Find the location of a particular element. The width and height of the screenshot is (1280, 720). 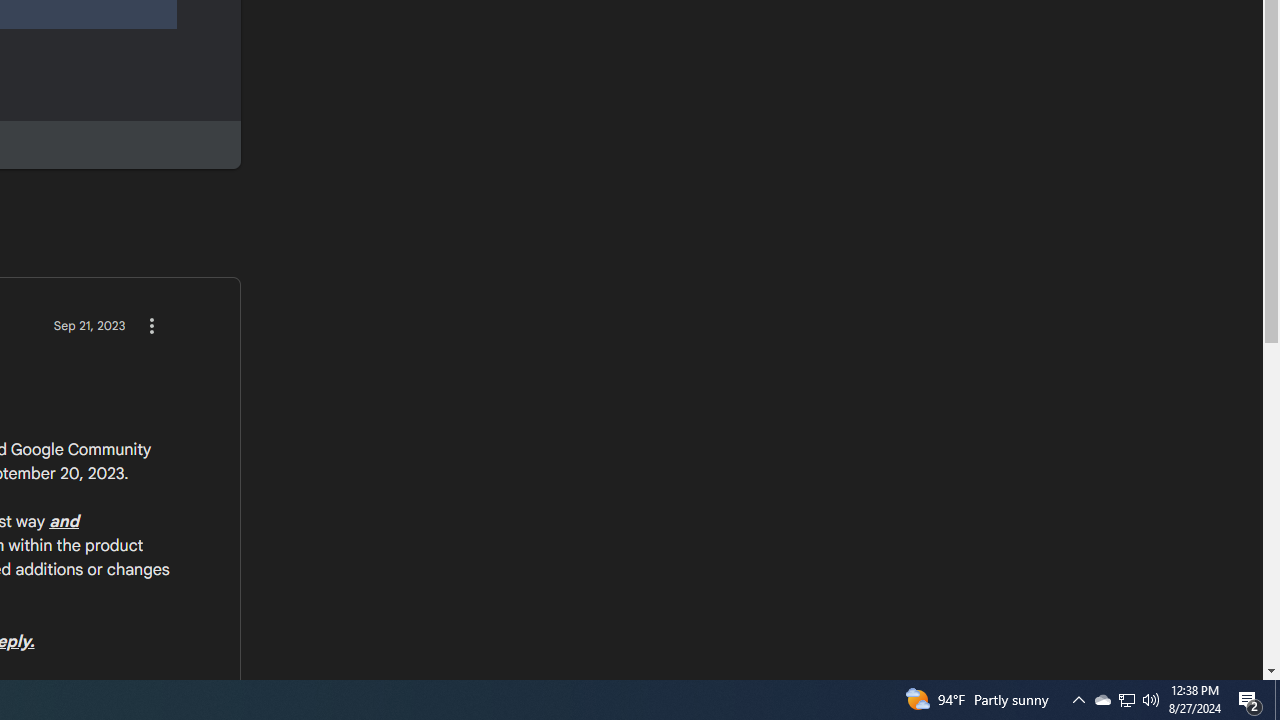

'Action items for the reply' is located at coordinates (150, 324).